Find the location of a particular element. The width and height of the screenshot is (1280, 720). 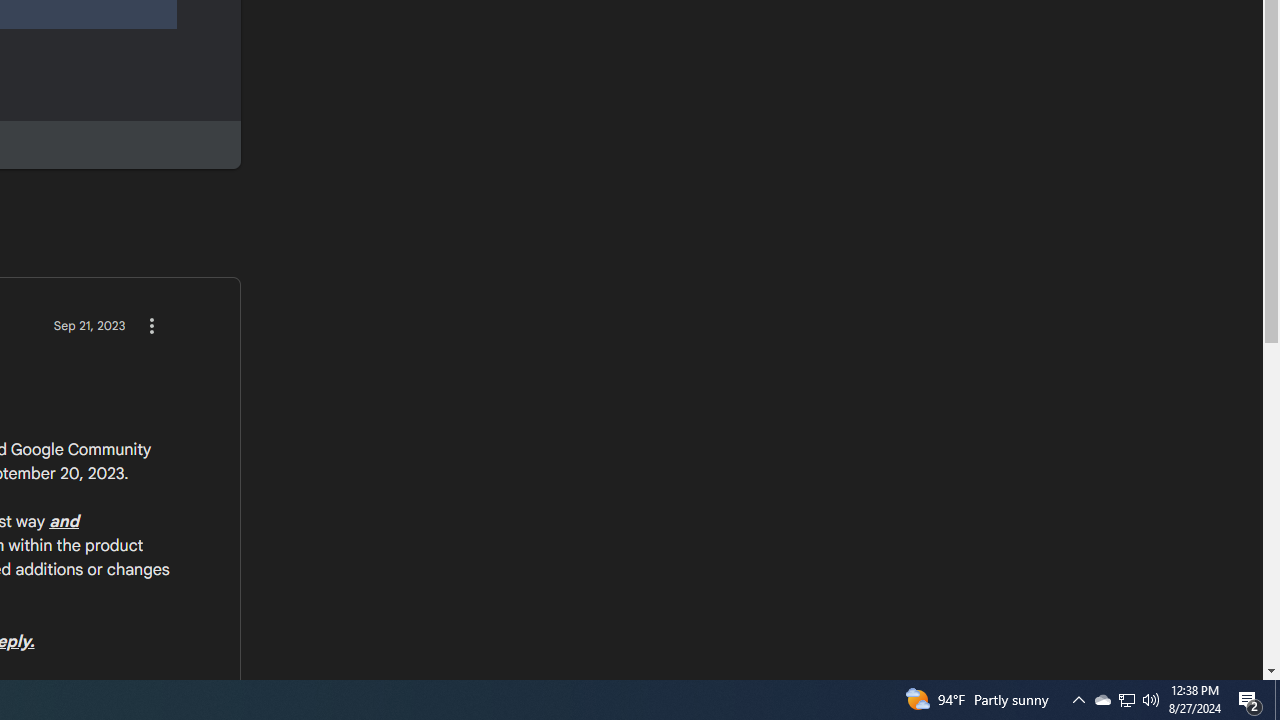

'Action items for the reply' is located at coordinates (150, 324).